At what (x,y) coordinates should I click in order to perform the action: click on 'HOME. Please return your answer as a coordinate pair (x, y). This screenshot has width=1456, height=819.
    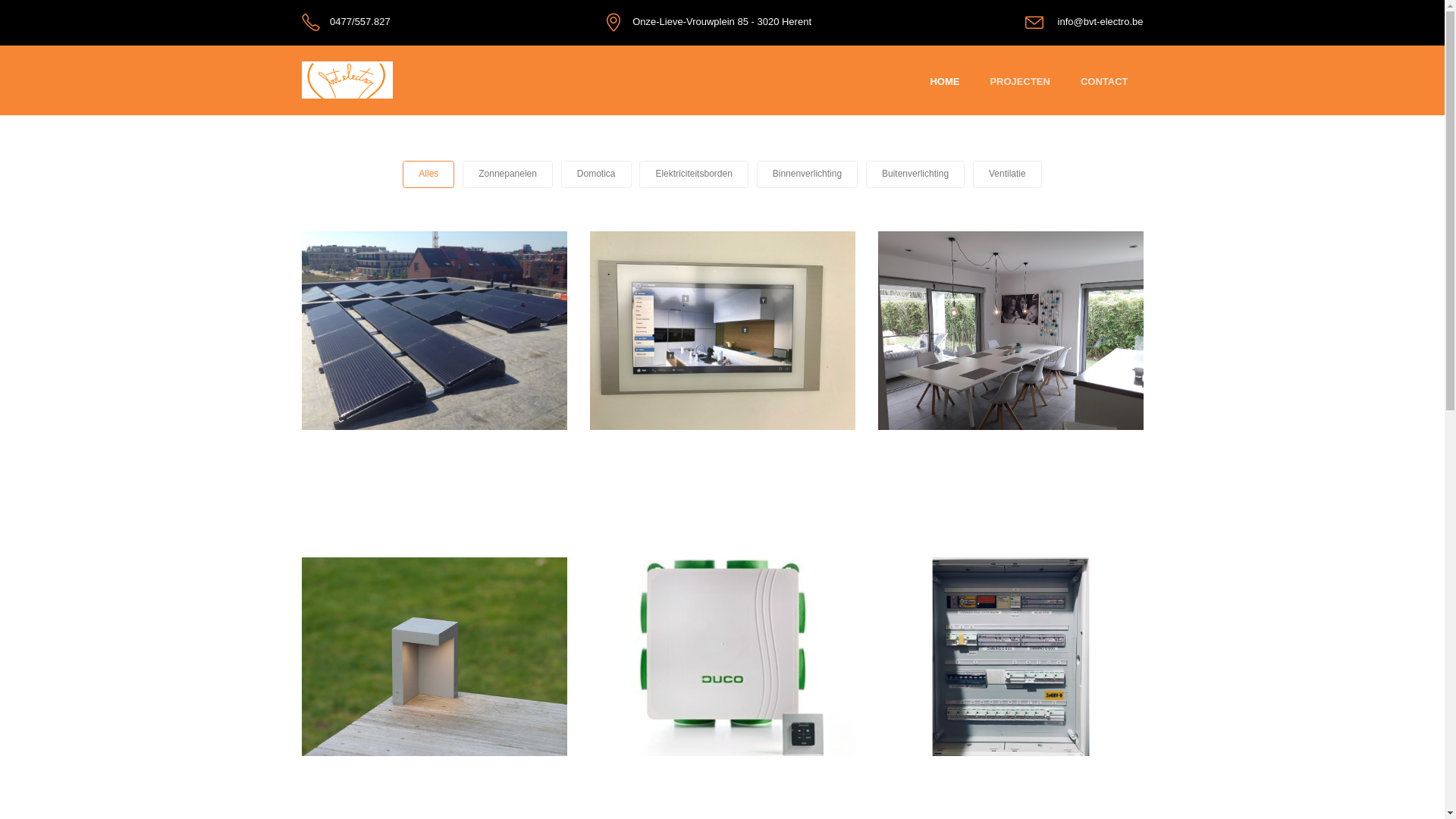
    Looking at the image, I should click on (943, 82).